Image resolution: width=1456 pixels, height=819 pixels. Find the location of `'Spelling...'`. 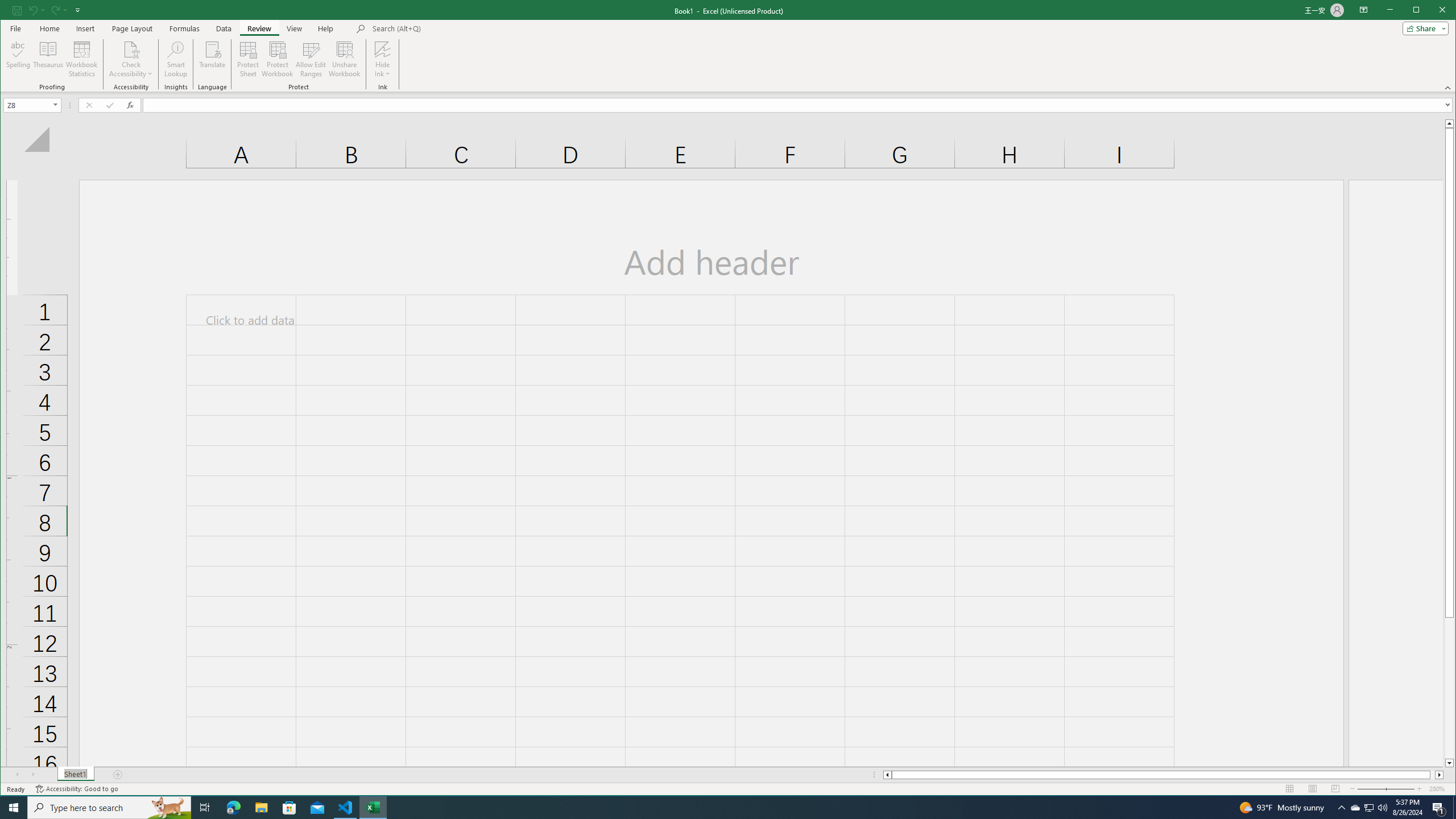

'Spelling...' is located at coordinates (18, 59).